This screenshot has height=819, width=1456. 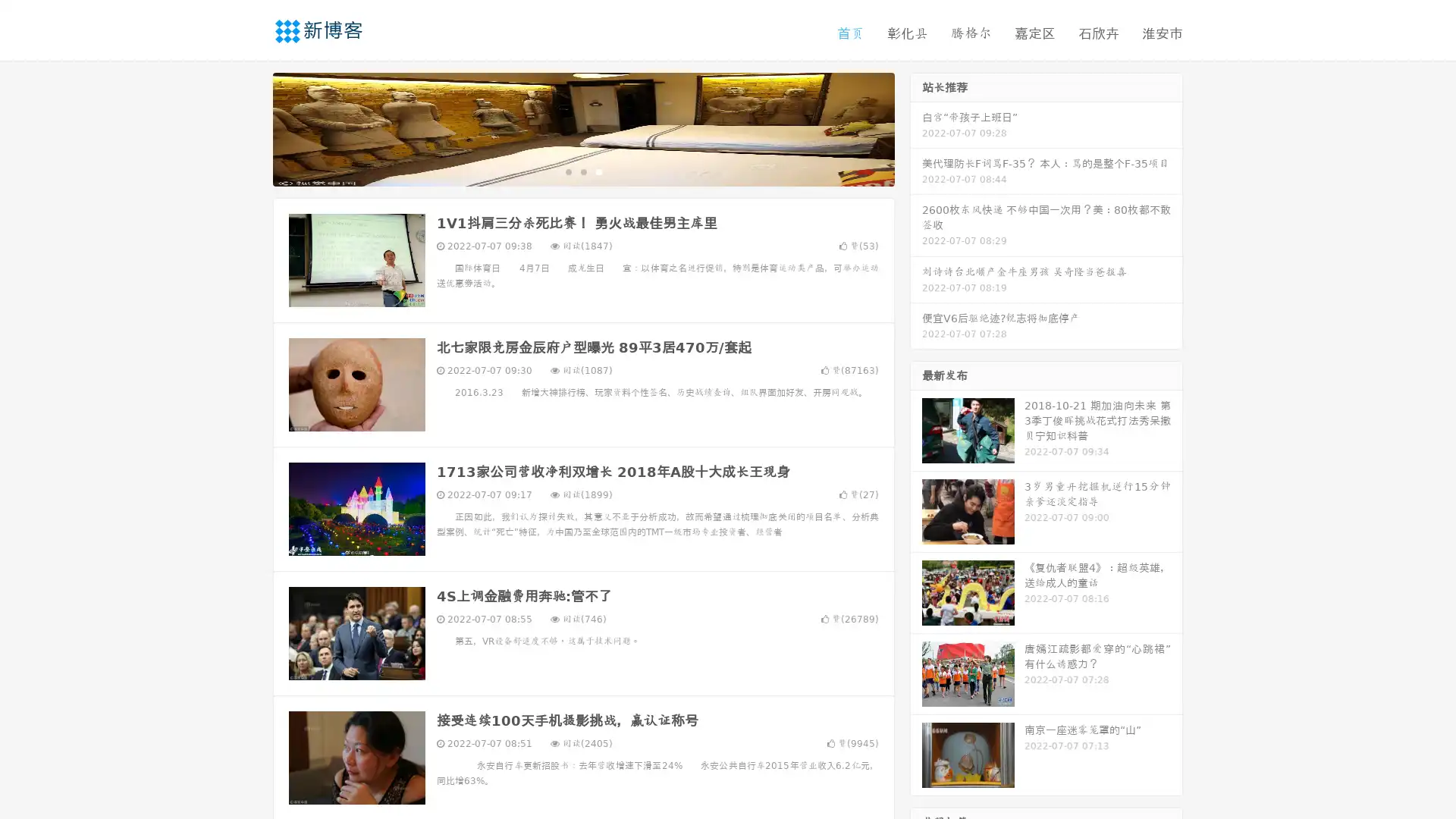 What do you see at coordinates (567, 171) in the screenshot?
I see `Go to slide 1` at bounding box center [567, 171].